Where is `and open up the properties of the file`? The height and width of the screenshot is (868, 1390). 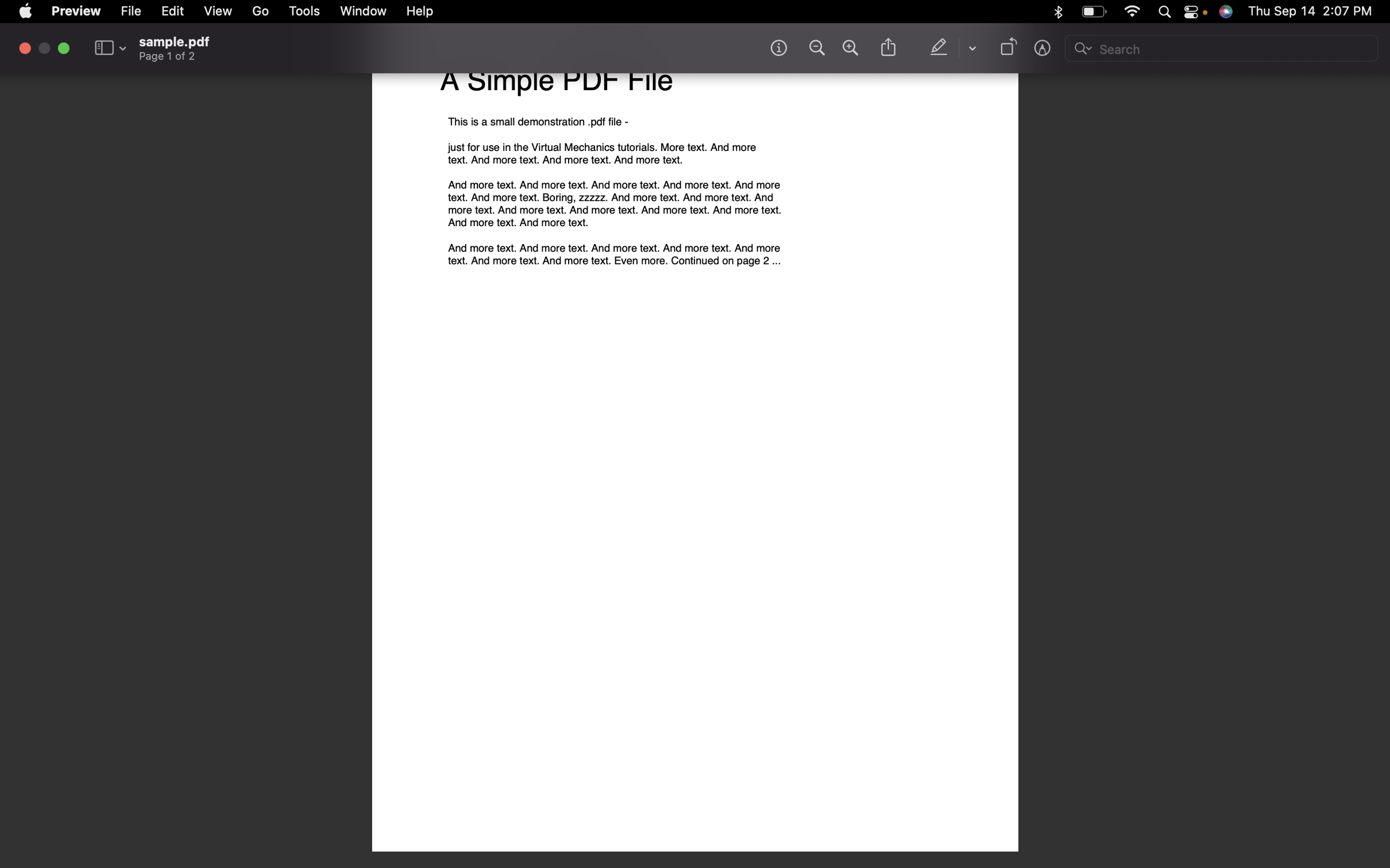
and open up the properties of the file is located at coordinates (132, 10).